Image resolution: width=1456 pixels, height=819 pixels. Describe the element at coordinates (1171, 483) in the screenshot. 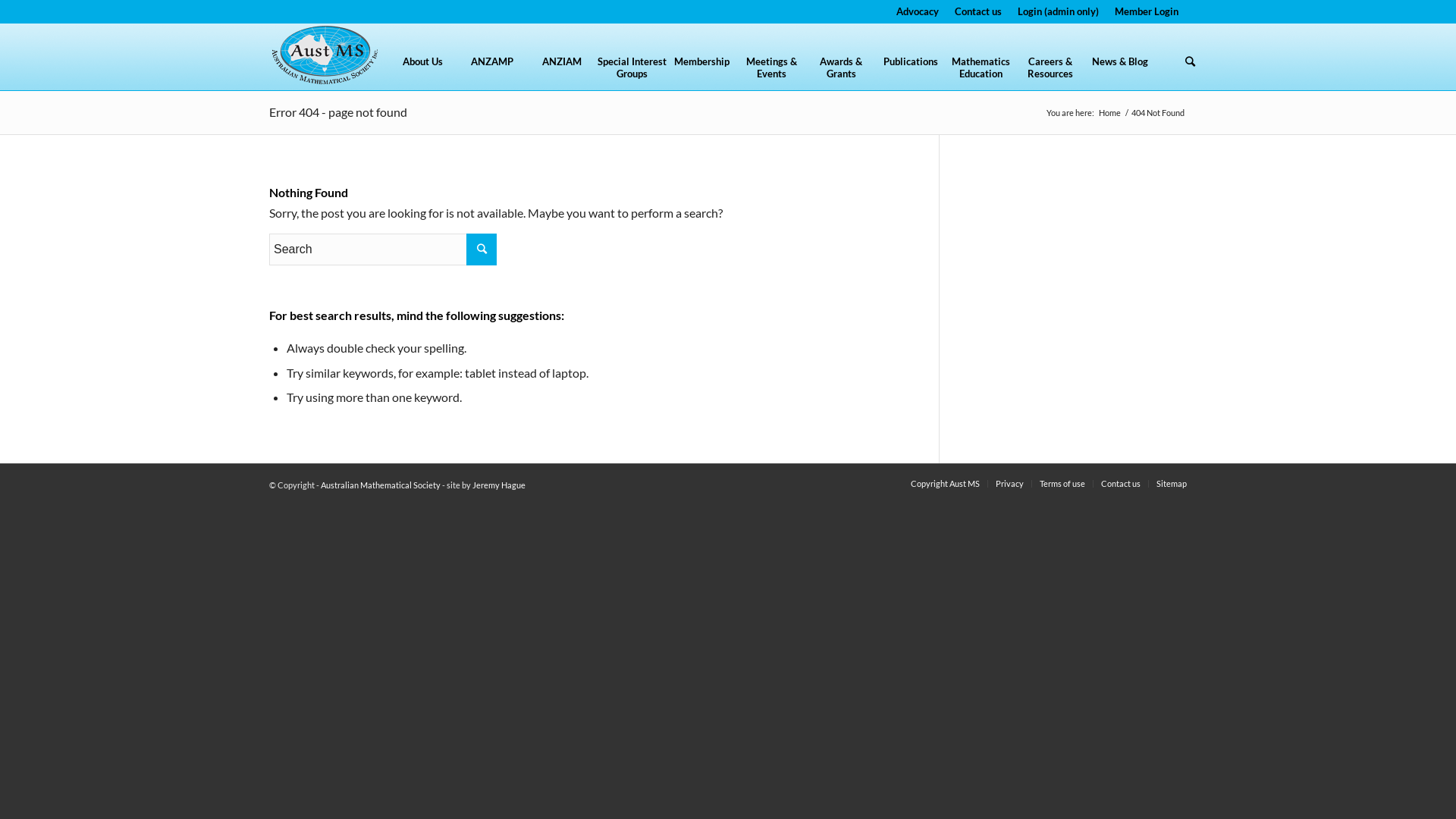

I see `'Sitemap'` at that location.